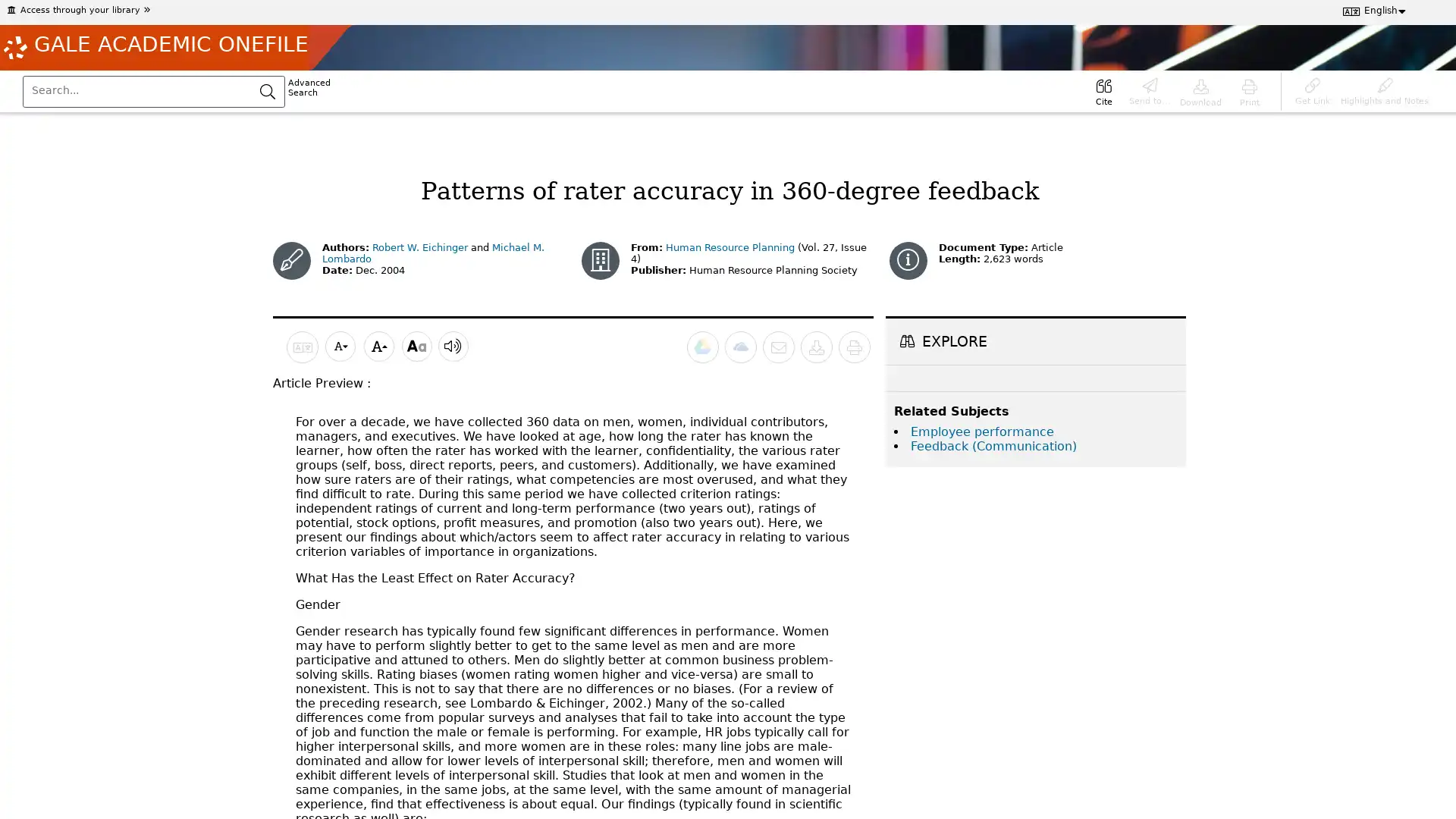 This screenshot has height=819, width=1456. I want to click on Increase font size, so click(378, 346).